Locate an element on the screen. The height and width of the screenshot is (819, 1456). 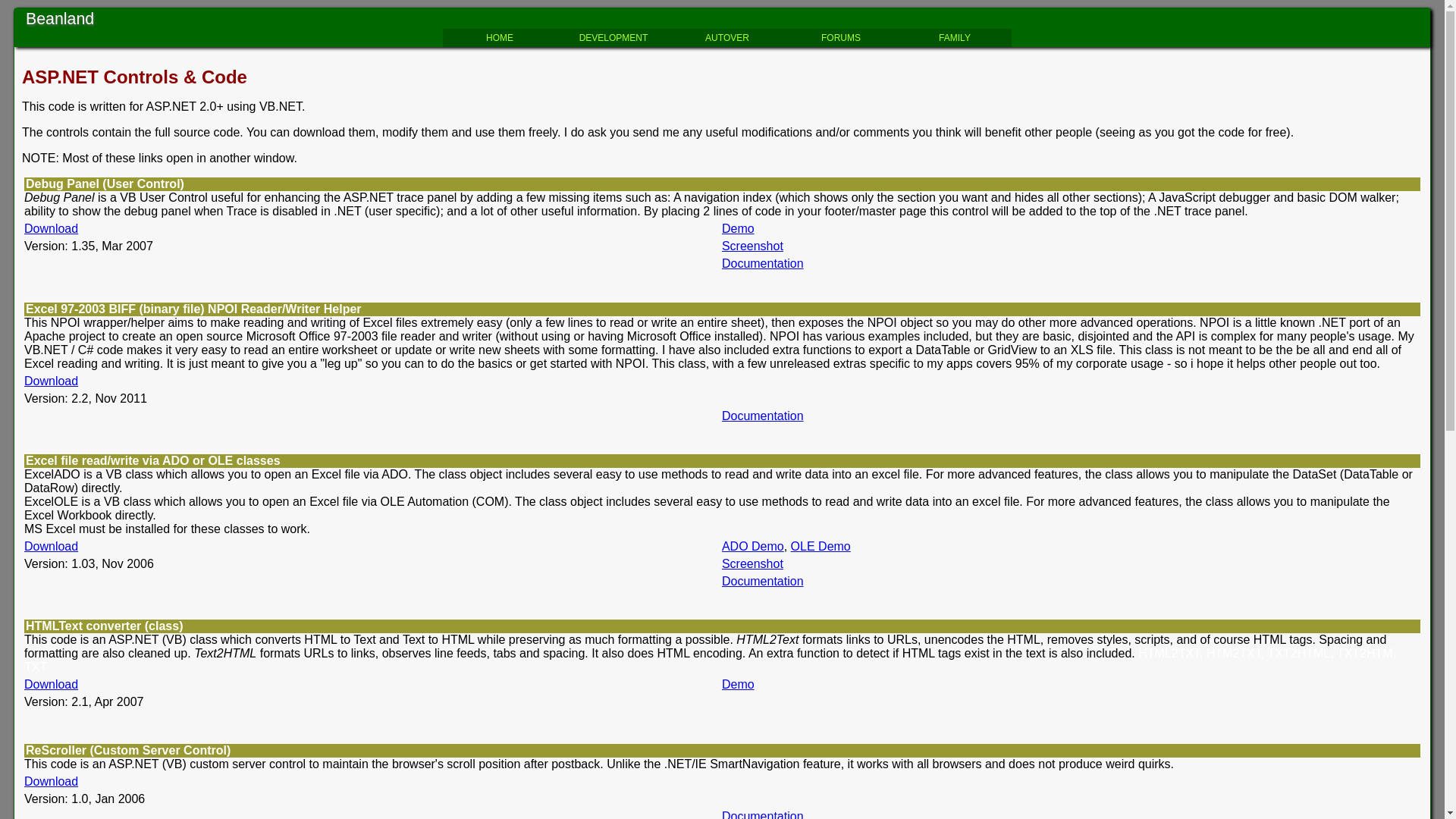
'FORUMS' is located at coordinates (839, 37).